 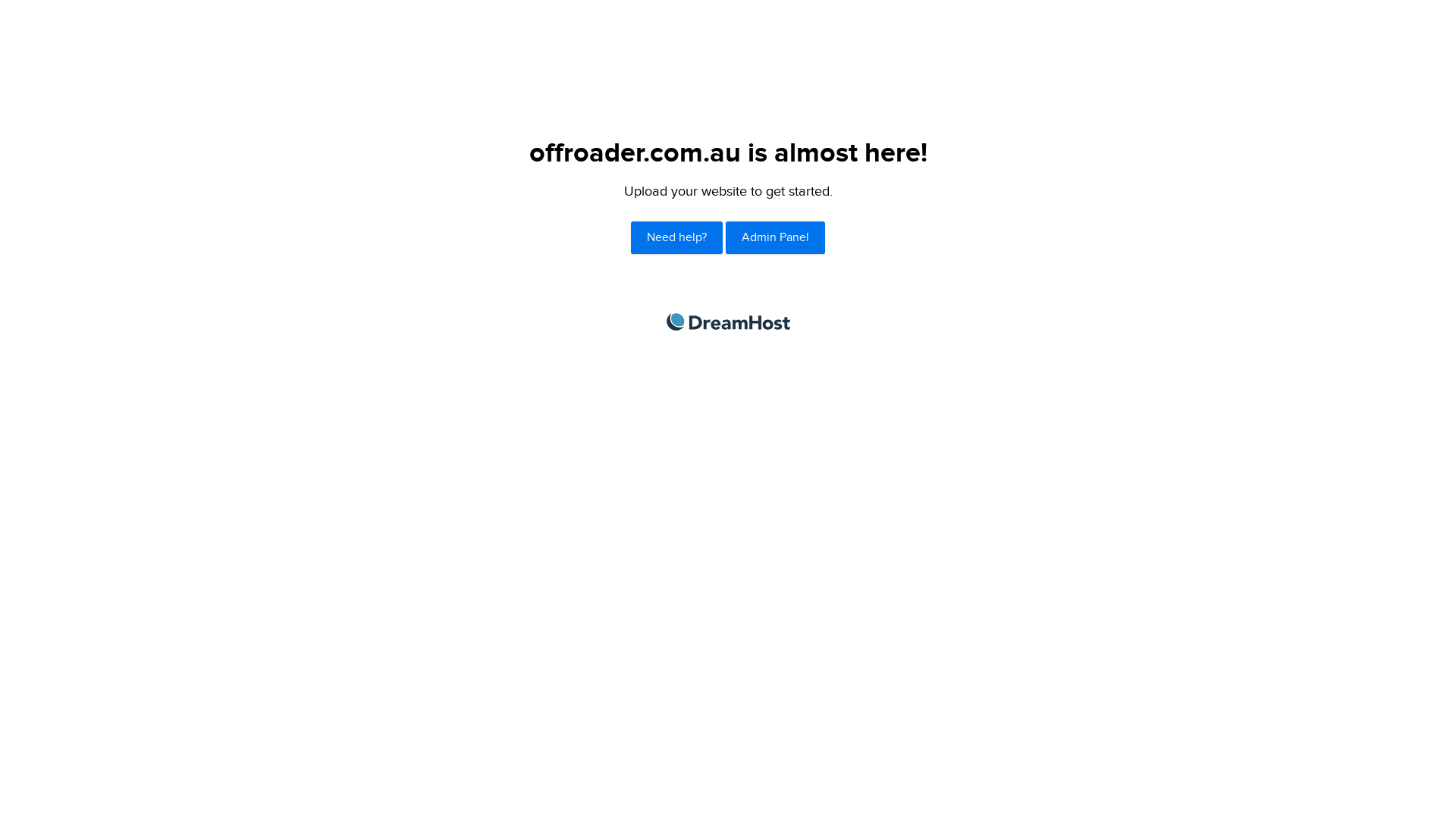 What do you see at coordinates (630, 237) in the screenshot?
I see `'Need help?'` at bounding box center [630, 237].